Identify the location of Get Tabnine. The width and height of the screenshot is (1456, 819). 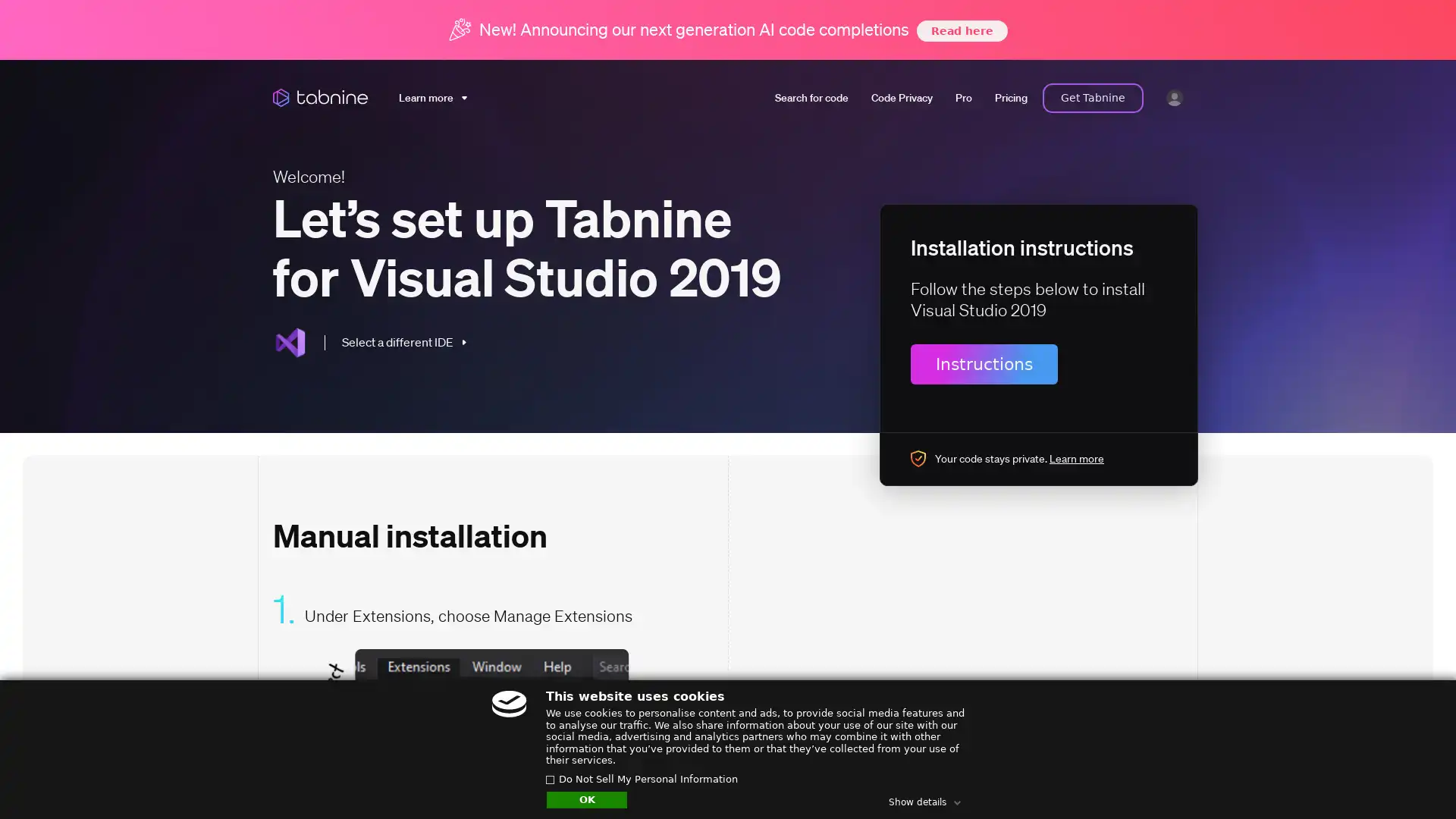
(1093, 97).